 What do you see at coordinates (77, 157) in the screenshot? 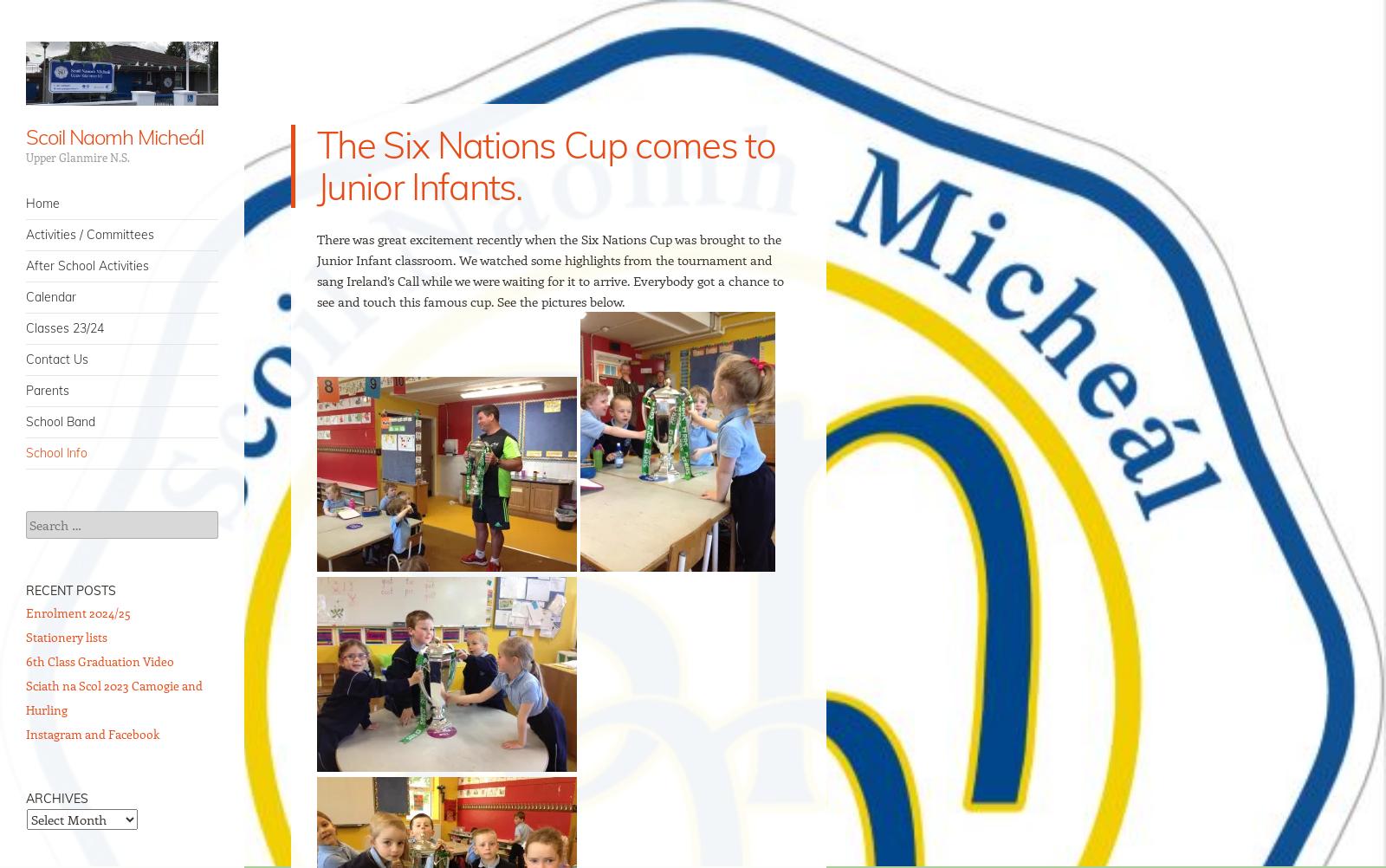
I see `'Upper Glanmire N.S.'` at bounding box center [77, 157].